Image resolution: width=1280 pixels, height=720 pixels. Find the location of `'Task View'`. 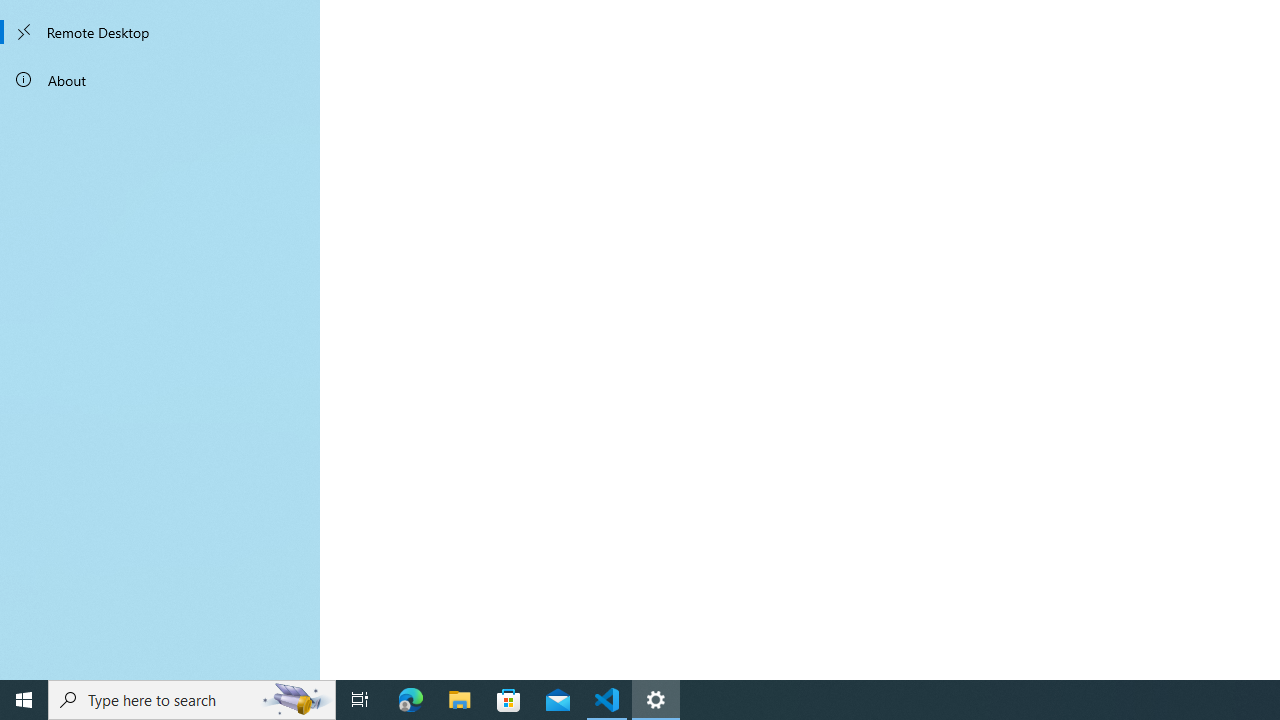

'Task View' is located at coordinates (359, 698).